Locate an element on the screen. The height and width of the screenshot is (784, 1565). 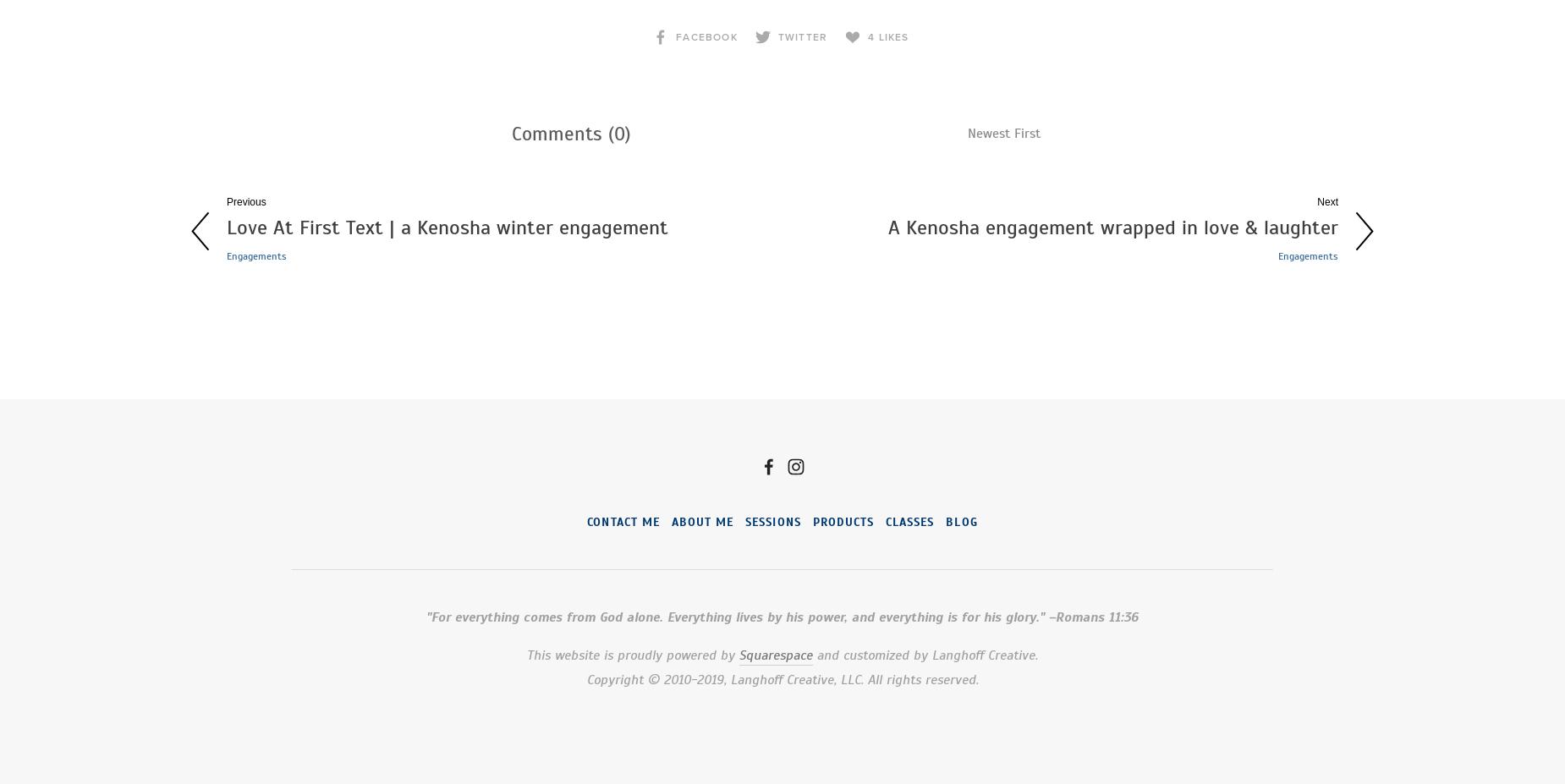
'Sessions' is located at coordinates (772, 522).